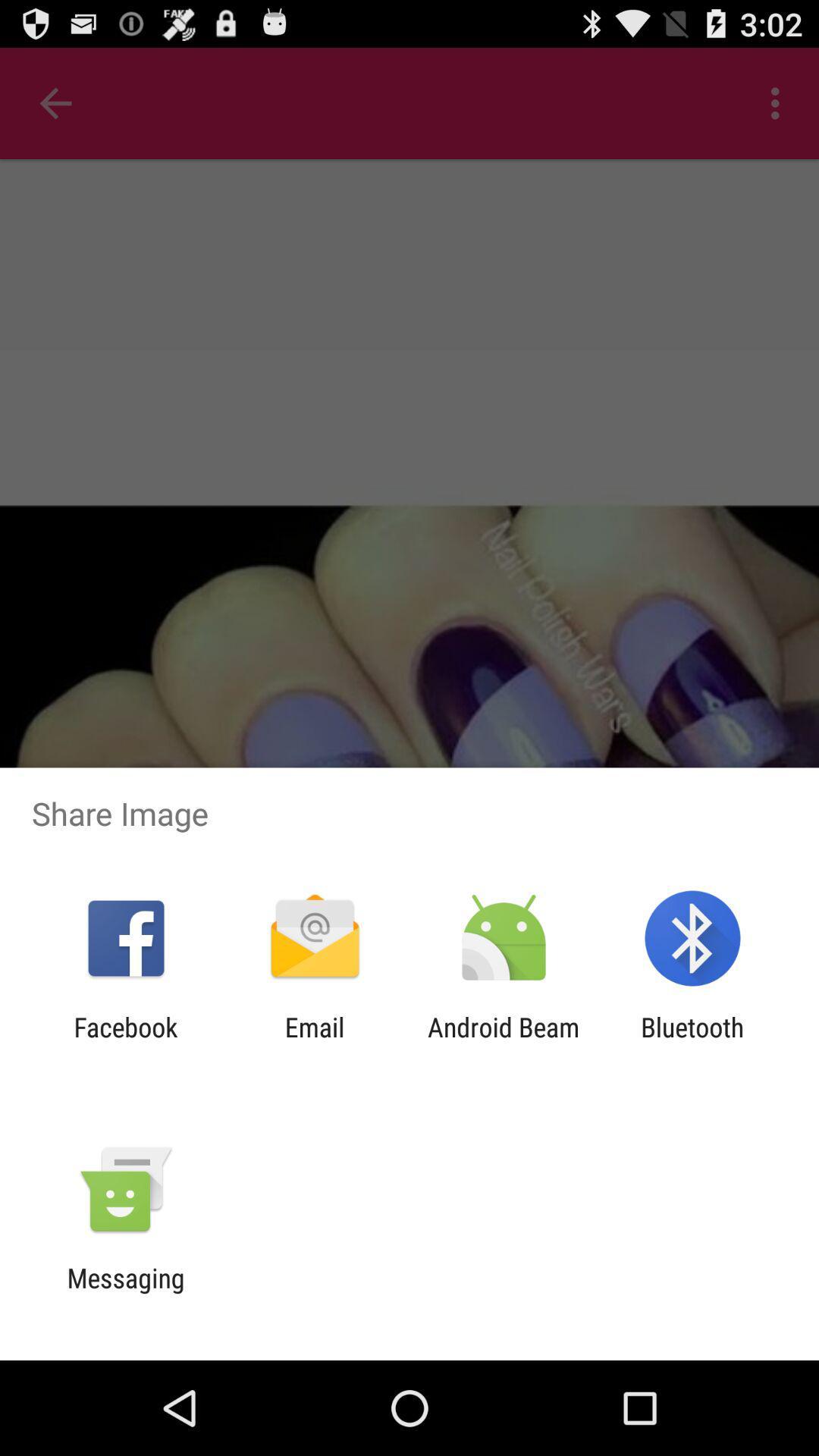  What do you see at coordinates (504, 1042) in the screenshot?
I see `the android beam app` at bounding box center [504, 1042].